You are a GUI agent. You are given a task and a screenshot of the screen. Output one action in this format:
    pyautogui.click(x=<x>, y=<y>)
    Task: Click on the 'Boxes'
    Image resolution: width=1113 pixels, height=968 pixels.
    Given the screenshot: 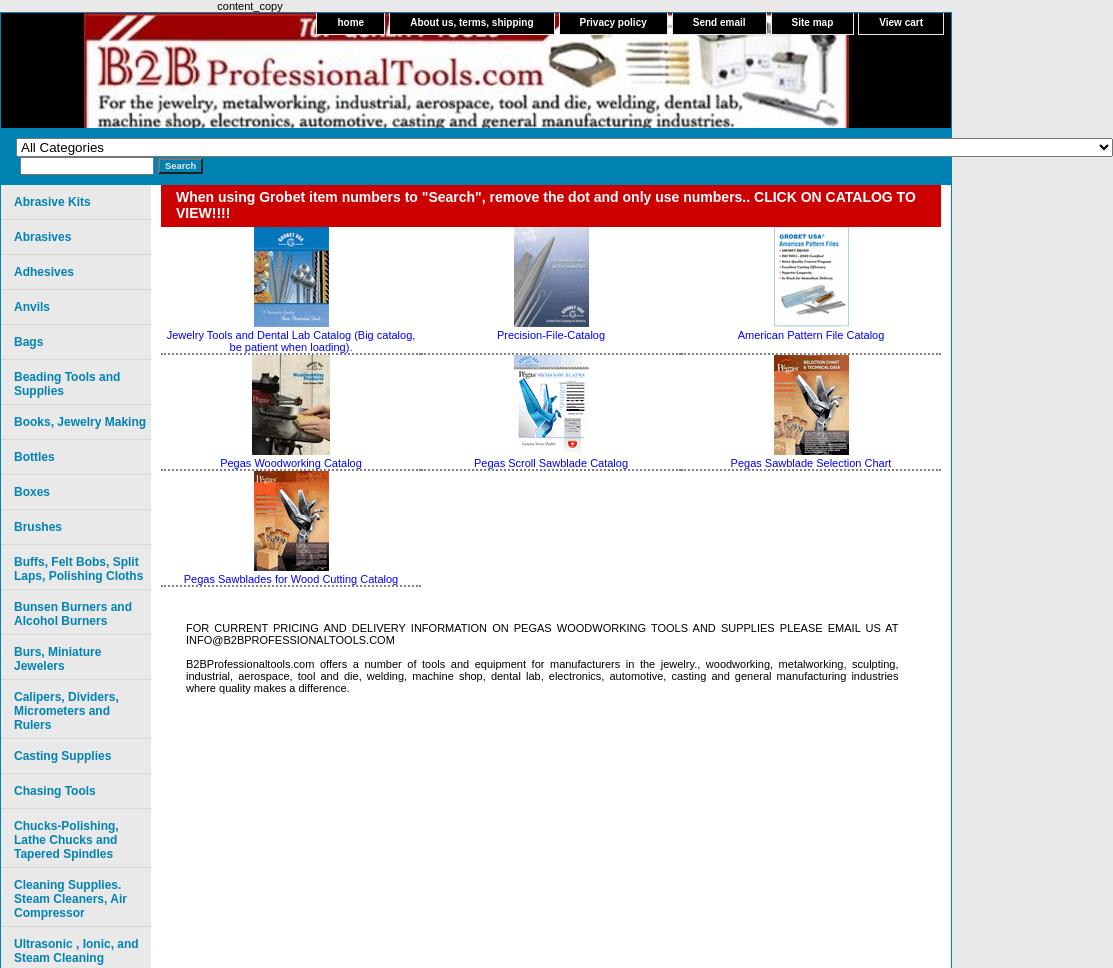 What is the action you would take?
    pyautogui.click(x=32, y=492)
    